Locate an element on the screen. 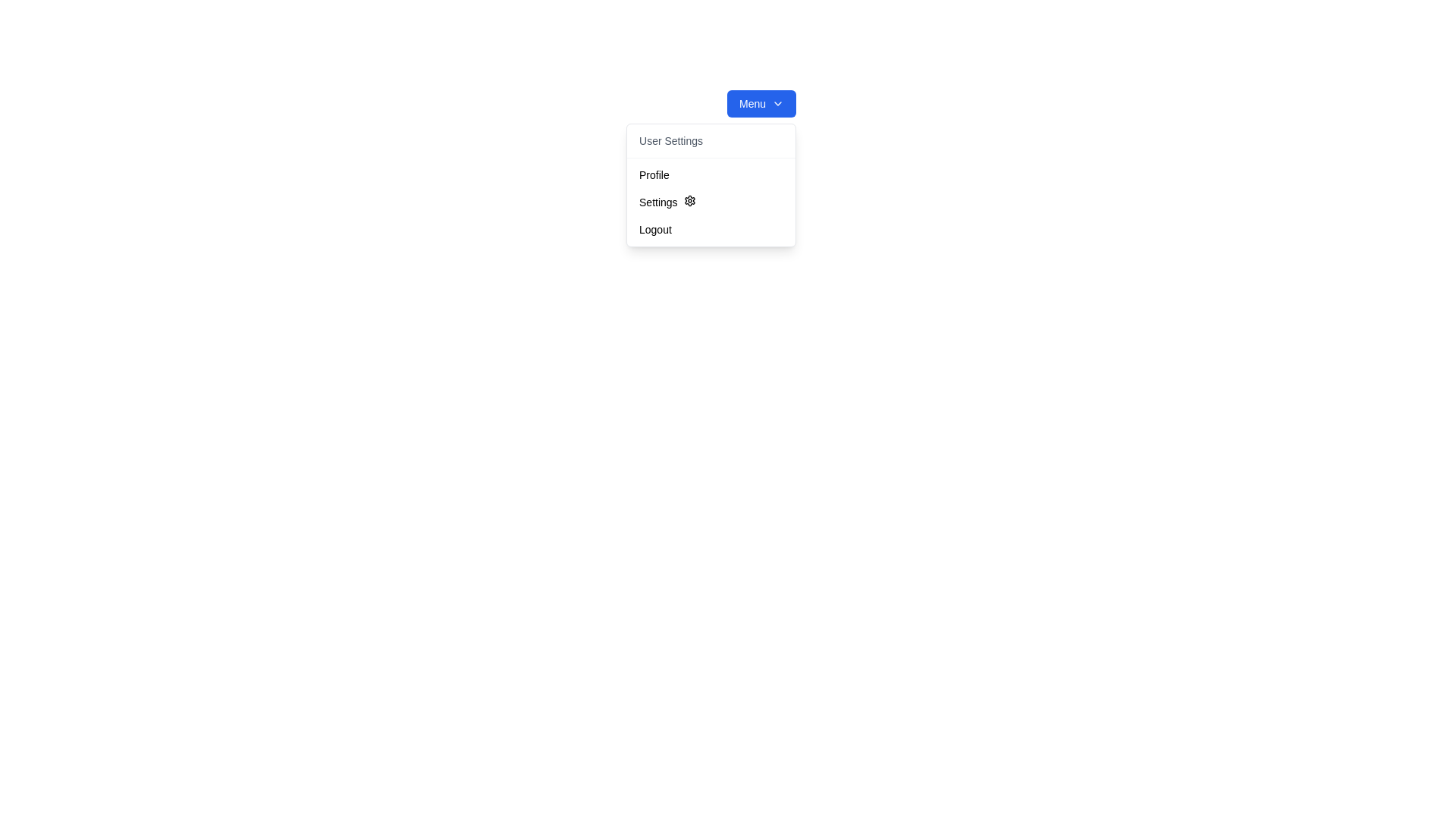 The width and height of the screenshot is (1456, 819). the 'Logout' button located at the bottom of the dropdown menu, which changes color to gray when hovered over, to log out is located at coordinates (710, 230).